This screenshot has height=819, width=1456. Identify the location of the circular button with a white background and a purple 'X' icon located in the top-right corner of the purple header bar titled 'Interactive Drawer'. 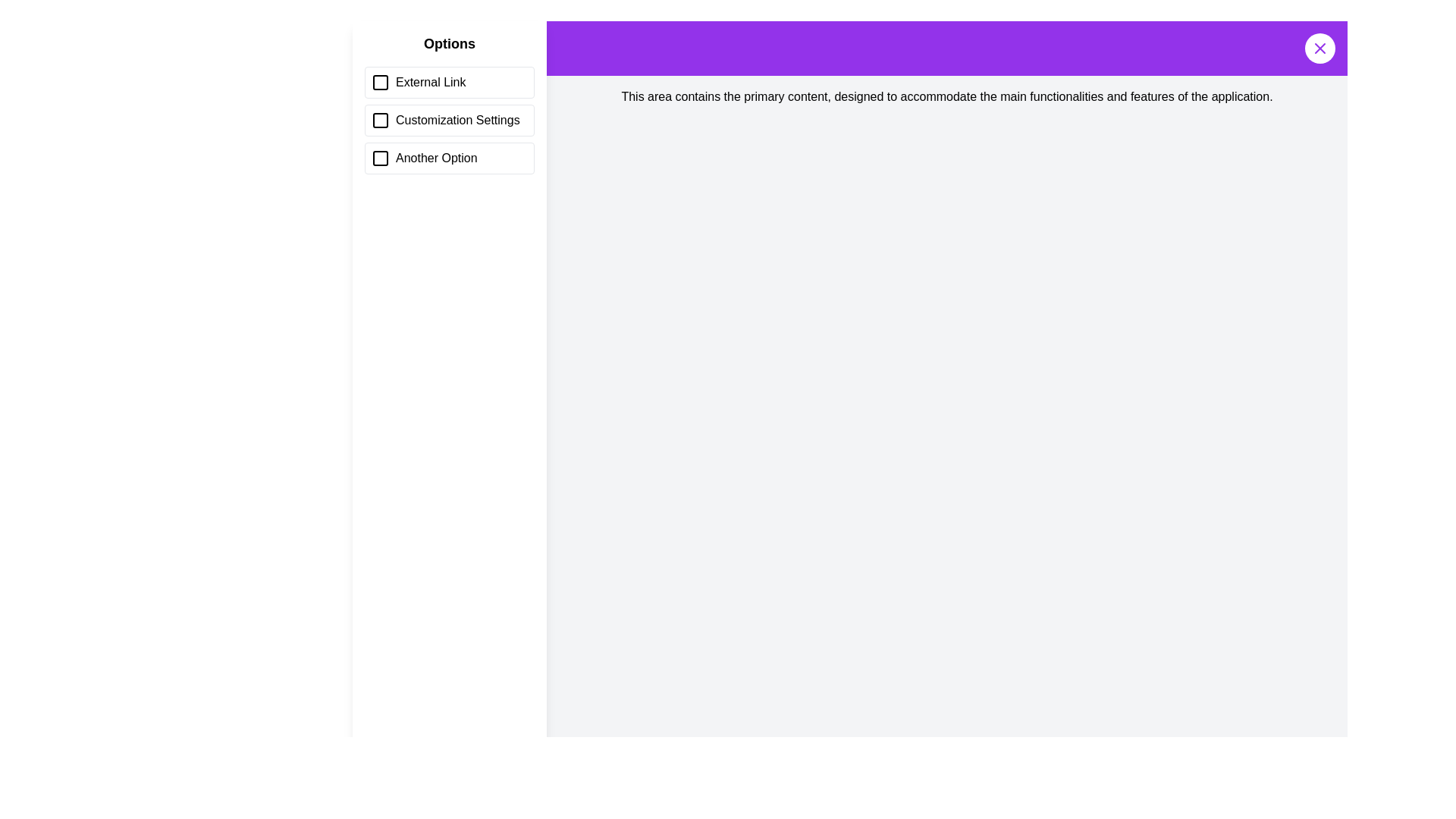
(1319, 48).